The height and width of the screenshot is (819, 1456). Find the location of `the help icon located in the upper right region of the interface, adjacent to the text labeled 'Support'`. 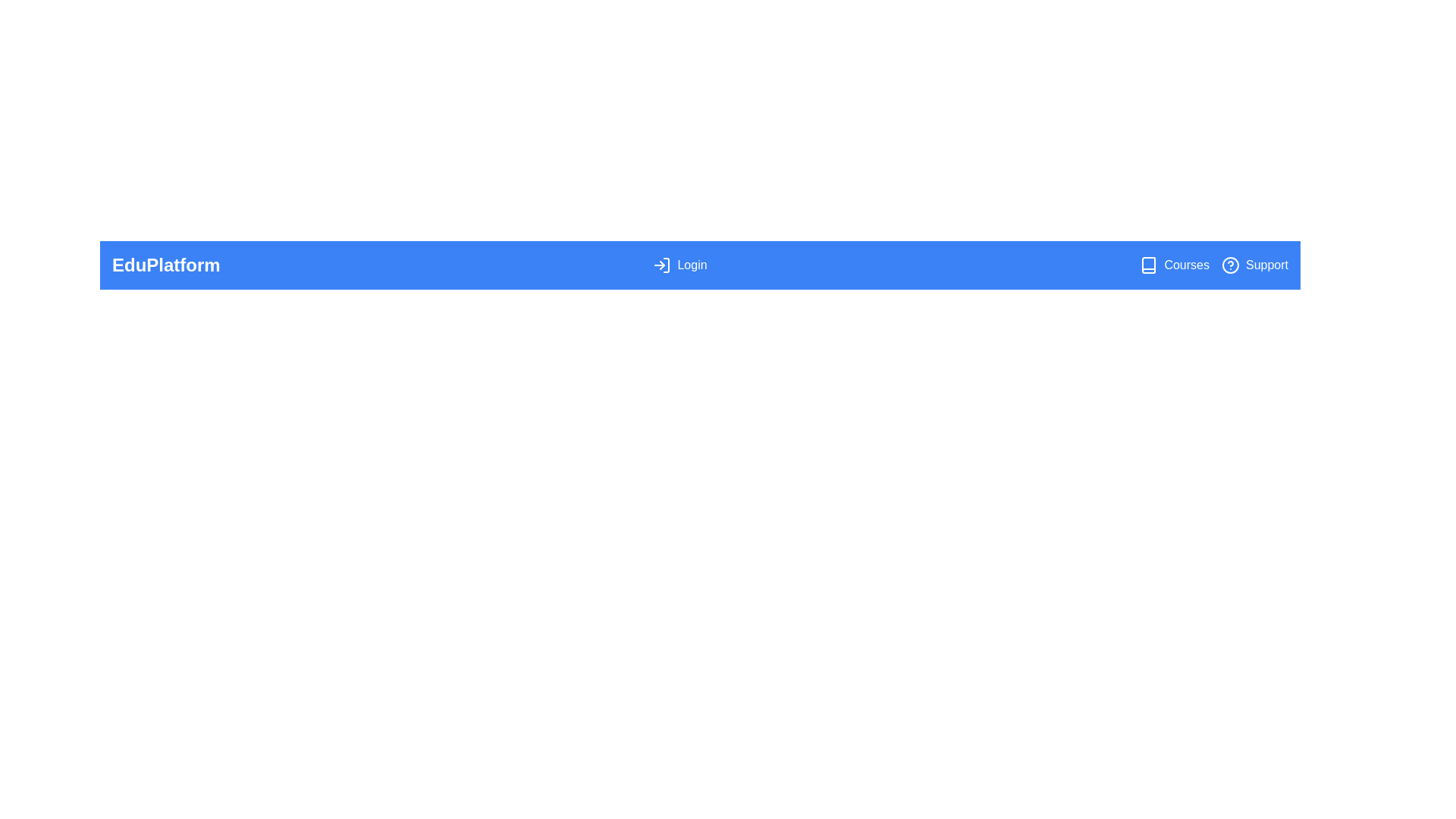

the help icon located in the upper right region of the interface, adjacent to the text labeled 'Support' is located at coordinates (1230, 265).